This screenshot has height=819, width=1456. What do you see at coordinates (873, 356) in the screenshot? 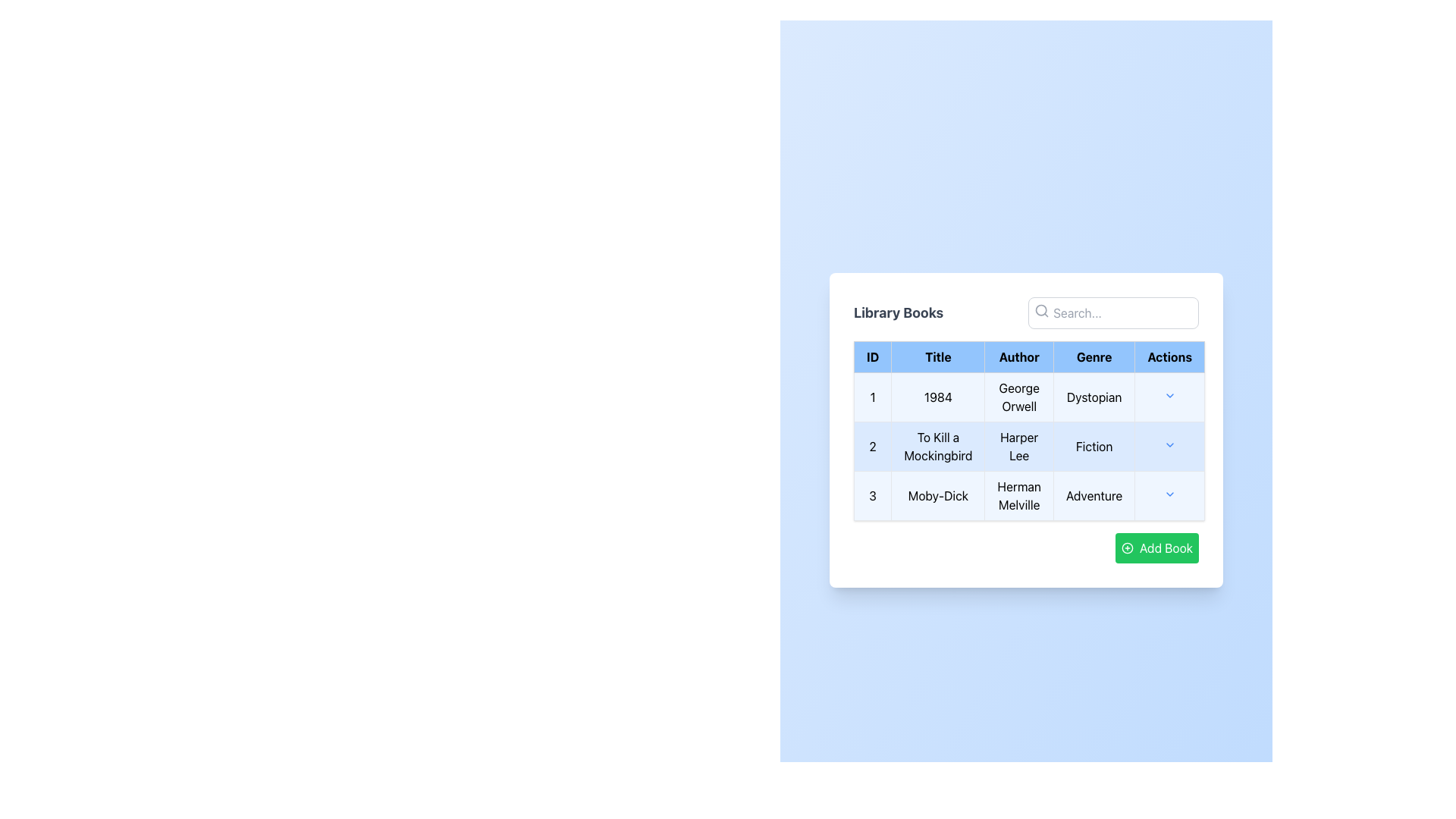
I see `the text label with the bold 'ID' in a rectangular box with a light blue background, located at the top-left corner of the table header` at bounding box center [873, 356].